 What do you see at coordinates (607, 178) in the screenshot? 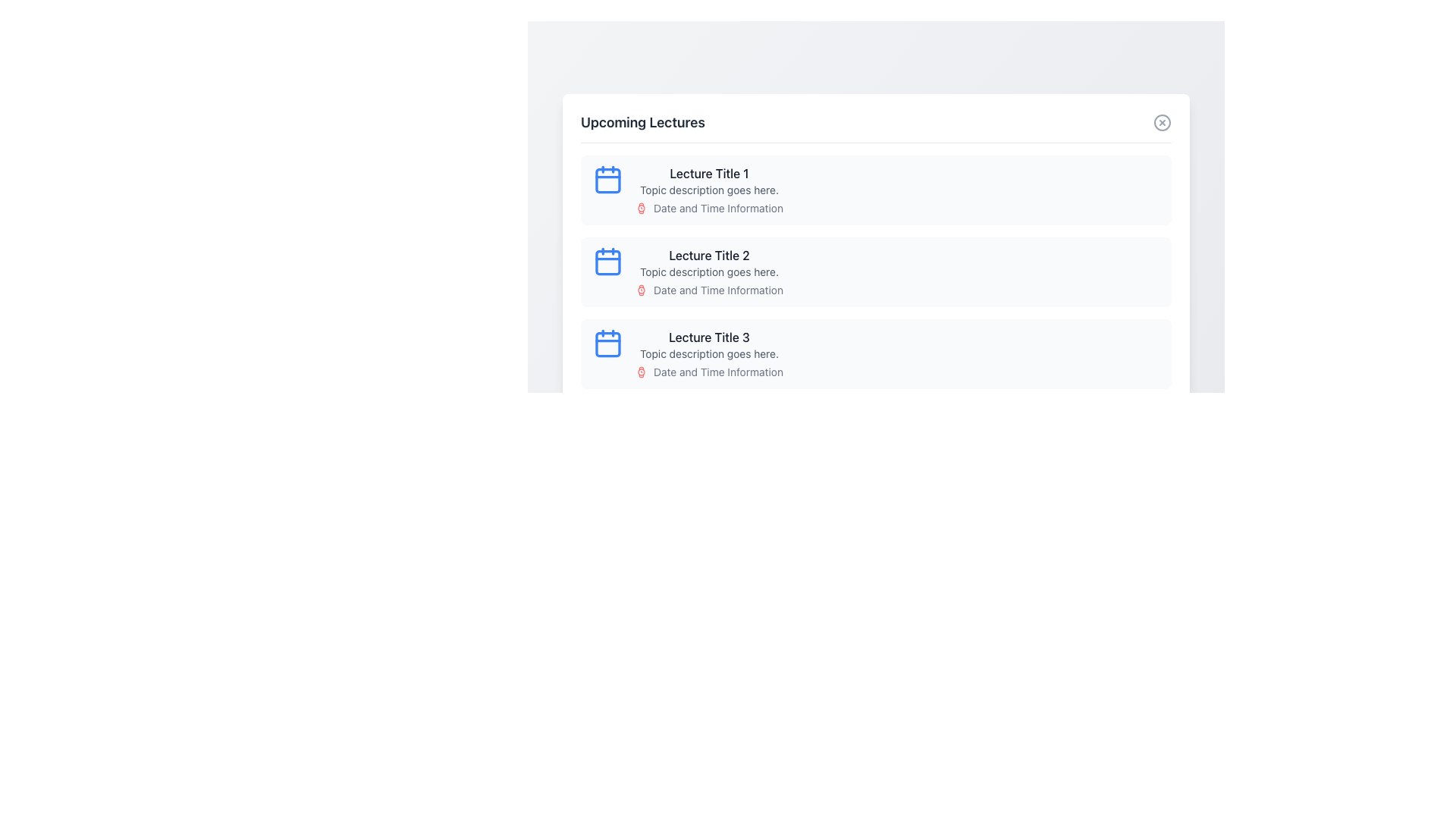
I see `the calendar icon located to the immediate left of the lecture title text for 'Lecture Title 1' in the list of lectures` at bounding box center [607, 178].